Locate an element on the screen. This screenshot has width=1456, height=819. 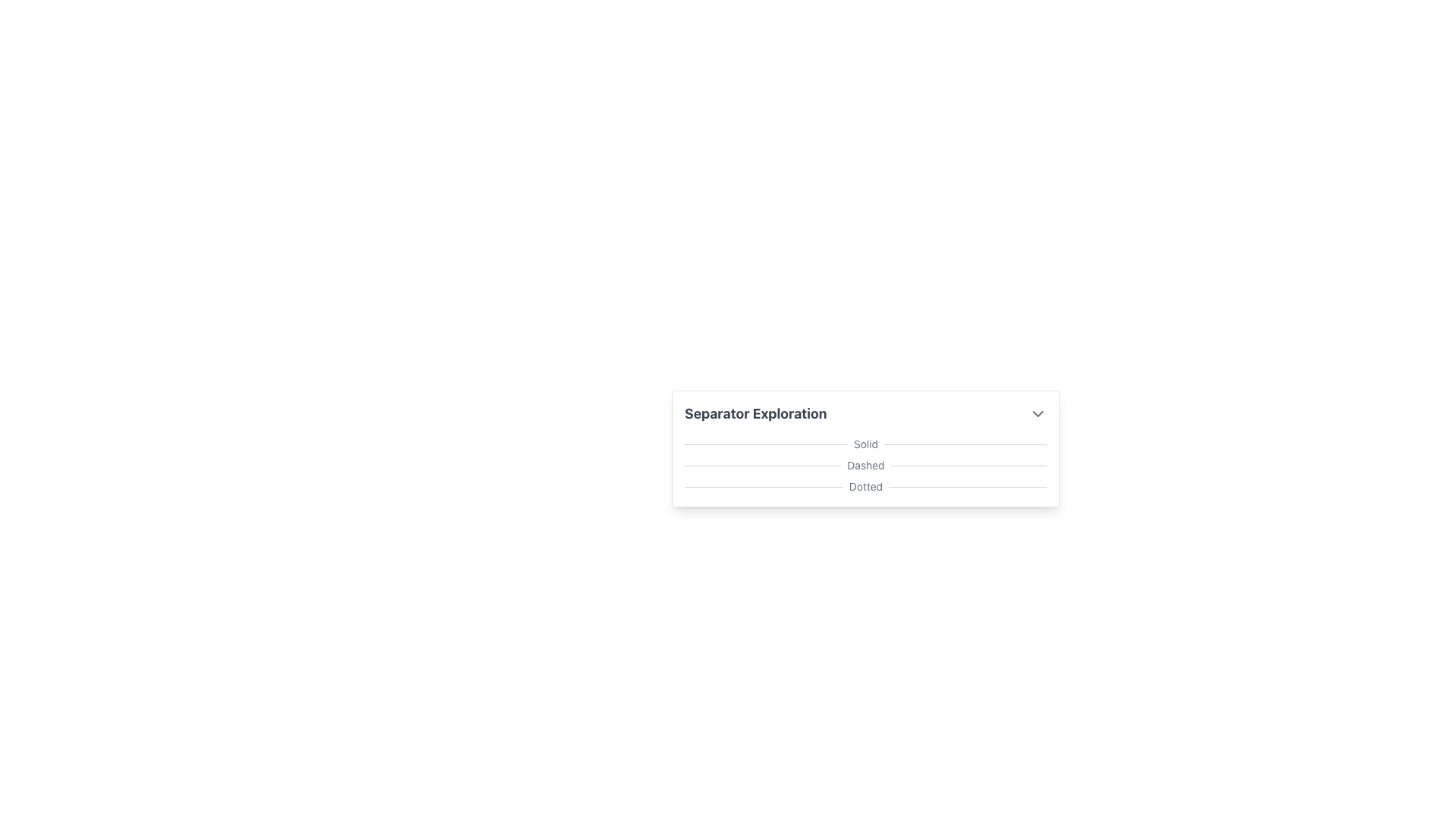
the bold text element reading 'Separator Exploration', which is positioned prominently on the left side of the interface, adjacent to a chevron-down icon is located at coordinates (755, 414).